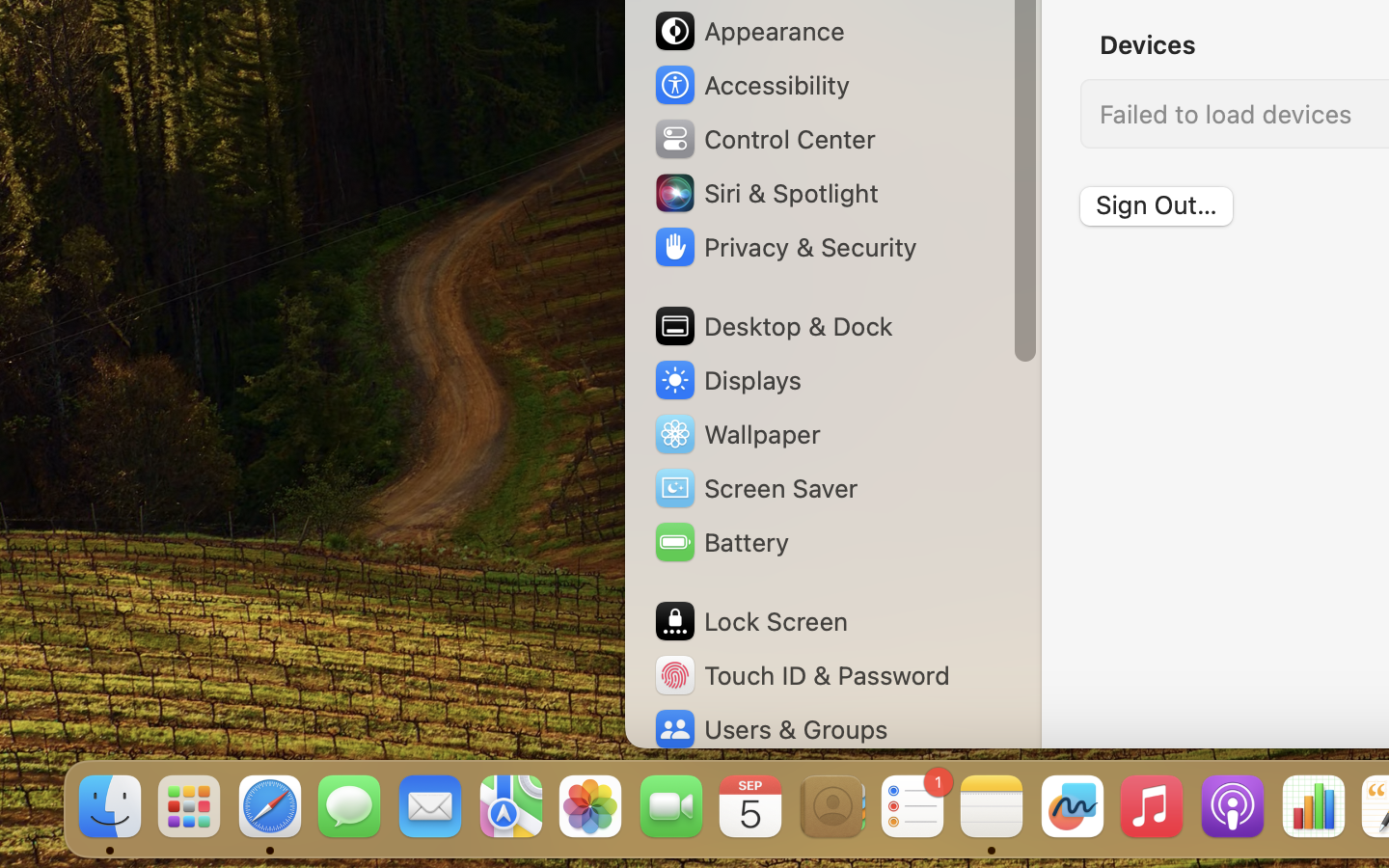  What do you see at coordinates (720, 540) in the screenshot?
I see `'Battery'` at bounding box center [720, 540].